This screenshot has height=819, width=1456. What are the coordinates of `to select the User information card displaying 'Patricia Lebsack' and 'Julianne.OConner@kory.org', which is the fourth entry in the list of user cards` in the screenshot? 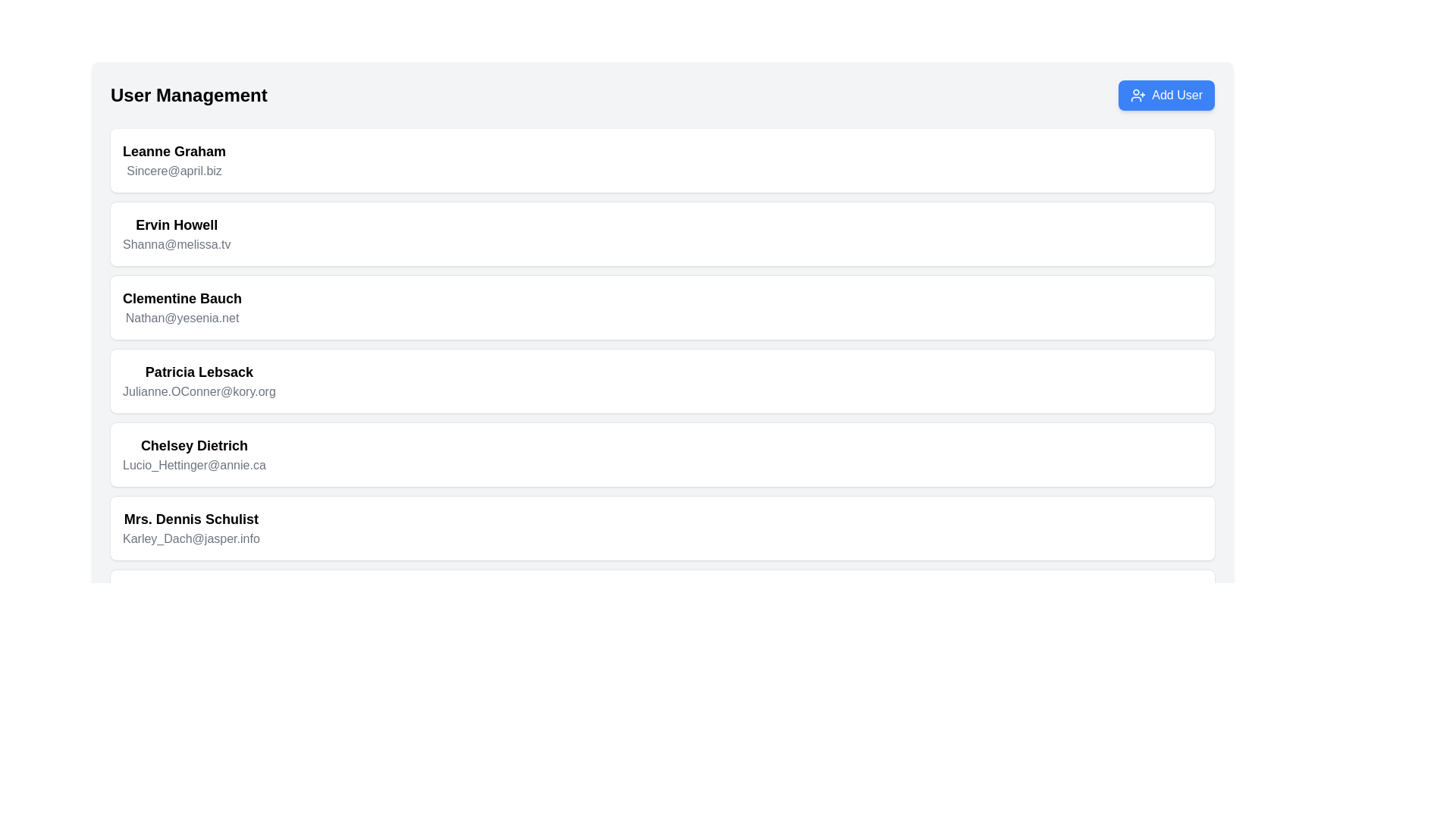 It's located at (662, 380).